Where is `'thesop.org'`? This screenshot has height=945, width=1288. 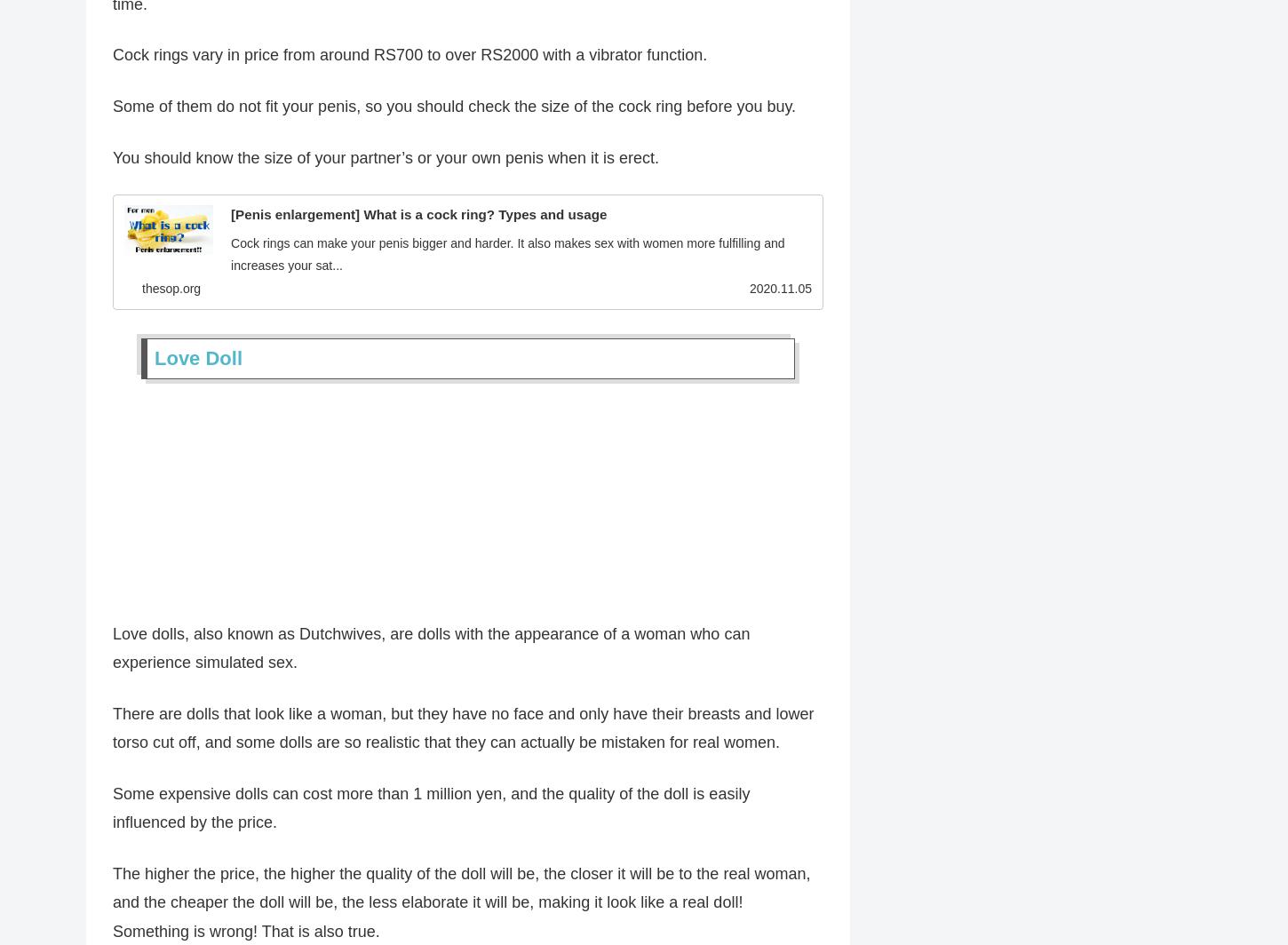
'thesop.org' is located at coordinates (170, 291).